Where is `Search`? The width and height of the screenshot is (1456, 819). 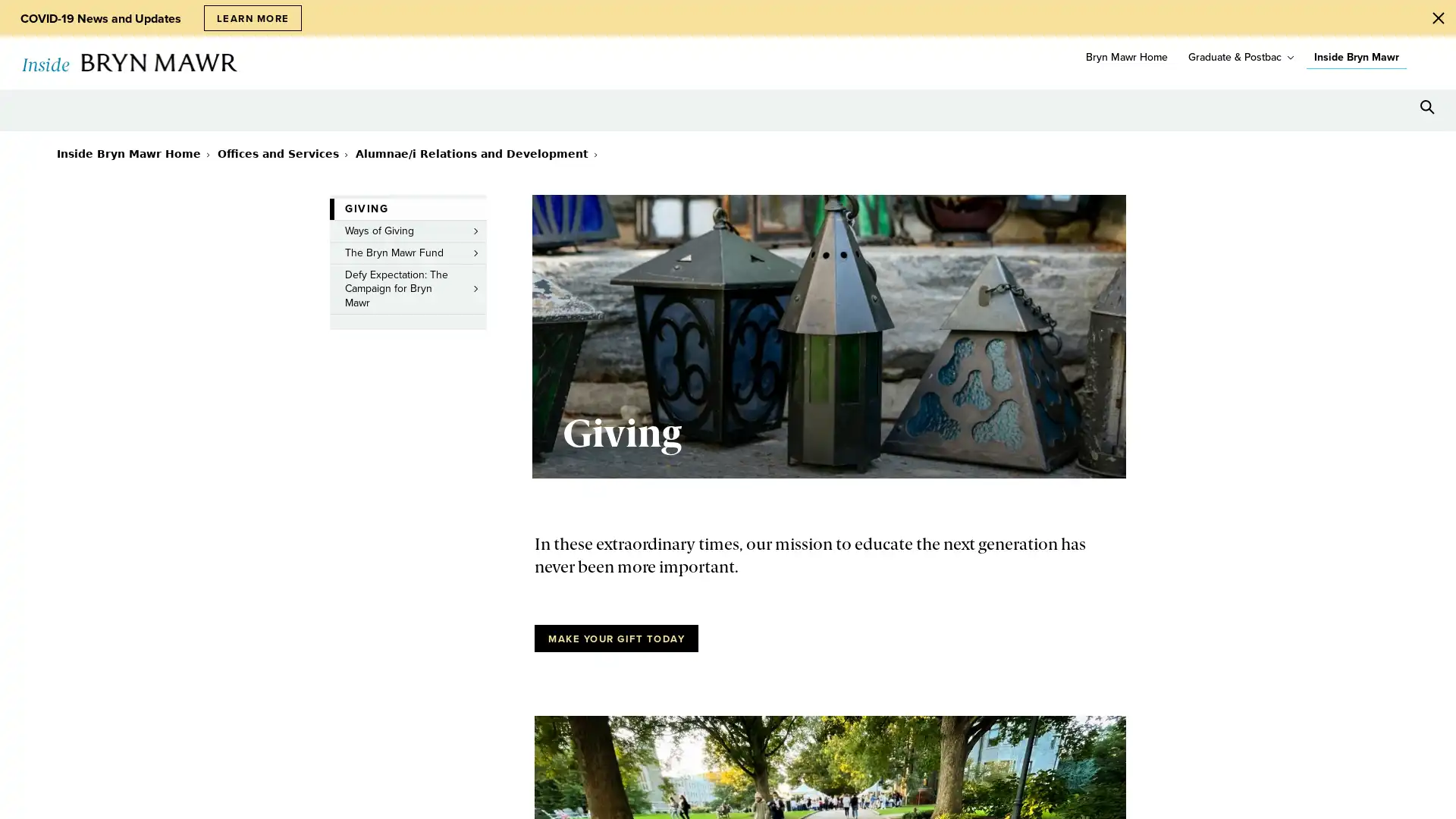
Search is located at coordinates (1426, 106).